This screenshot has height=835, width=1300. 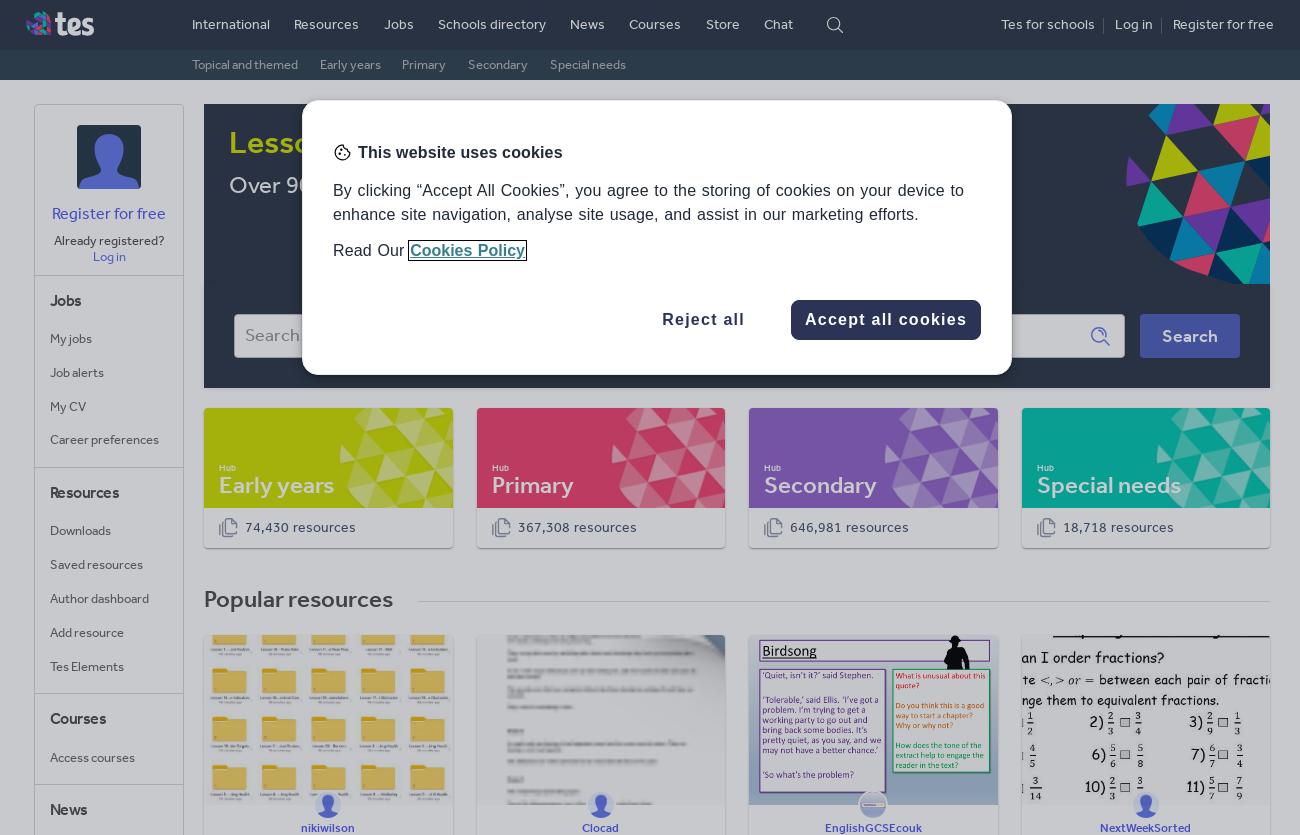 What do you see at coordinates (776, 24) in the screenshot?
I see `'Chat'` at bounding box center [776, 24].